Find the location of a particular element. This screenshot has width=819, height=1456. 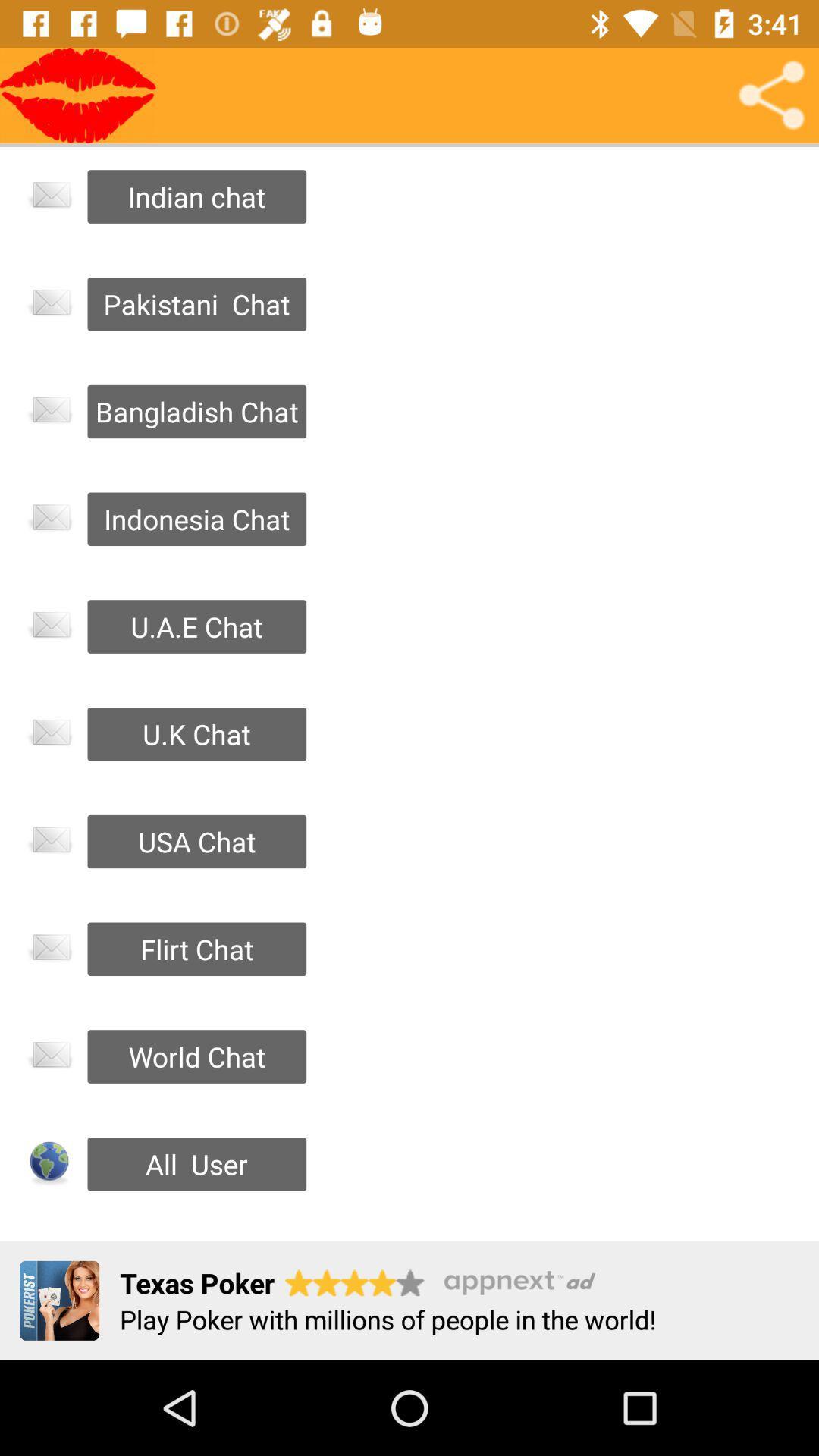

open share menu is located at coordinates (771, 94).